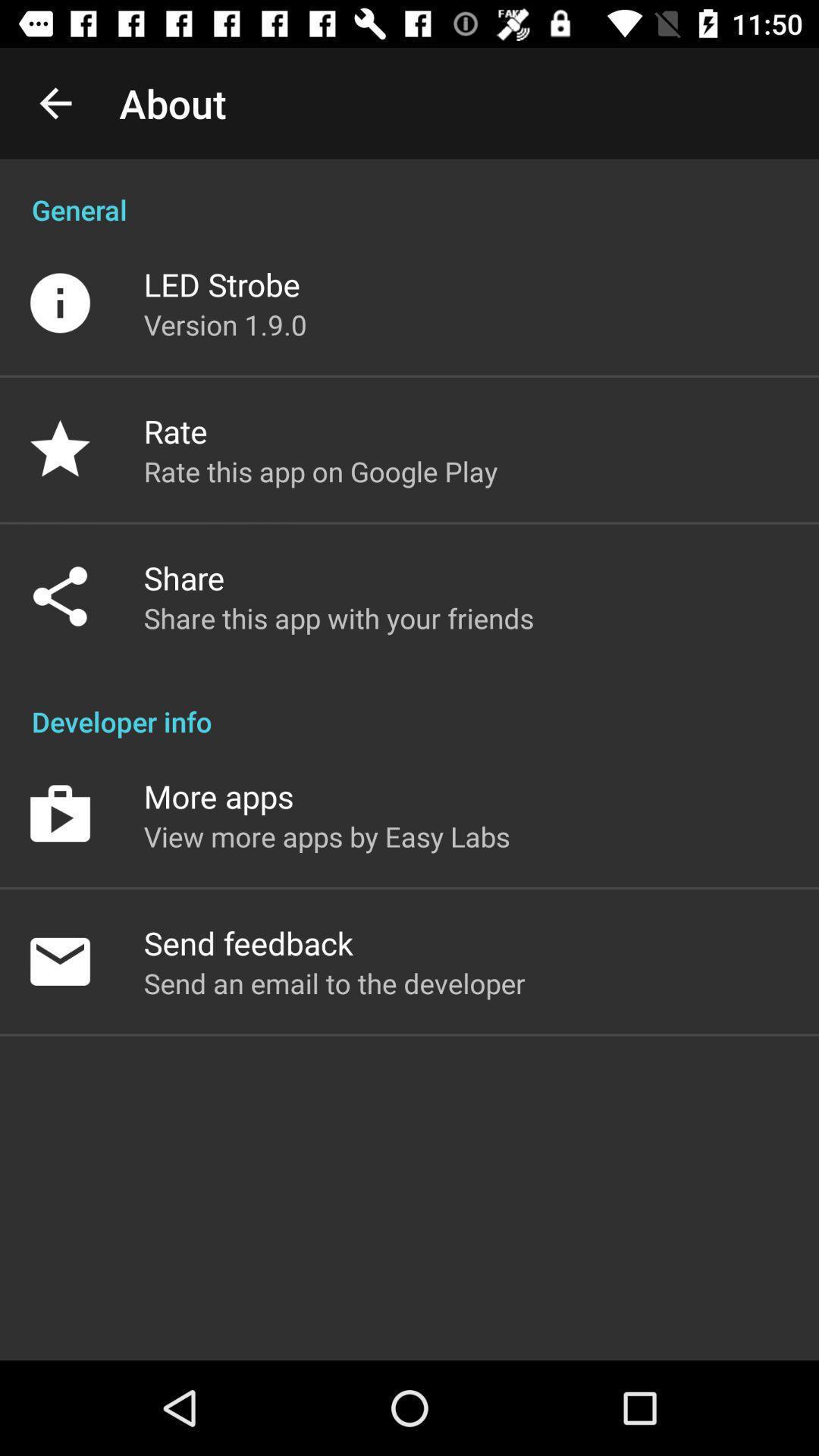  I want to click on the item above general item, so click(55, 102).